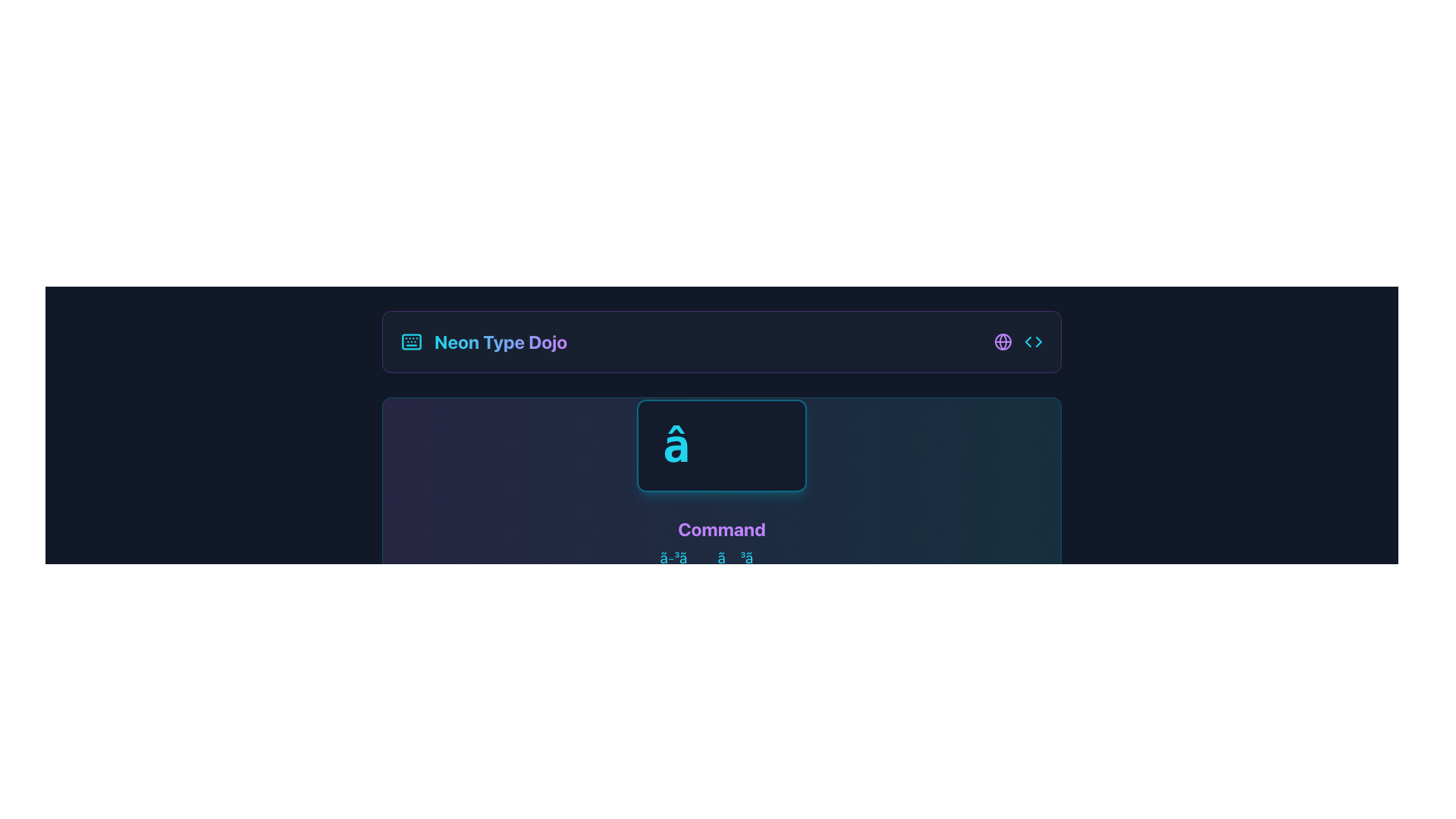  I want to click on the circular globe icon with a purple stroke, featuring horizontal and vertical lines, located on the far left of the horizontal group of icons near the top-right corner of the interface, so click(1003, 342).